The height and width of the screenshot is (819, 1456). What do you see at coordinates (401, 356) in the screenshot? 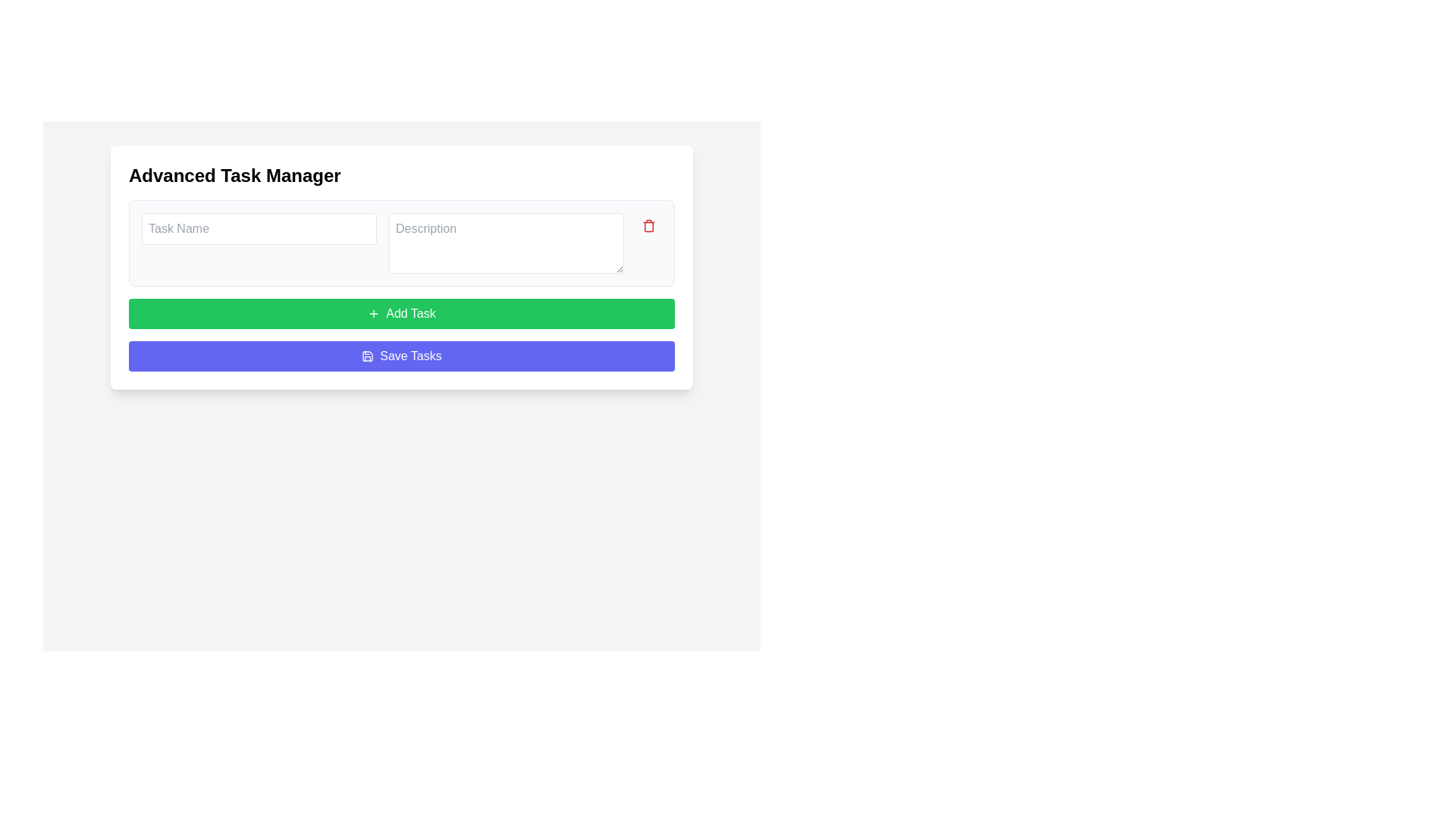
I see `the 'Save Tasks' button with a purple background, which features a floppy disk icon and is located at the bottom of the application layout` at bounding box center [401, 356].